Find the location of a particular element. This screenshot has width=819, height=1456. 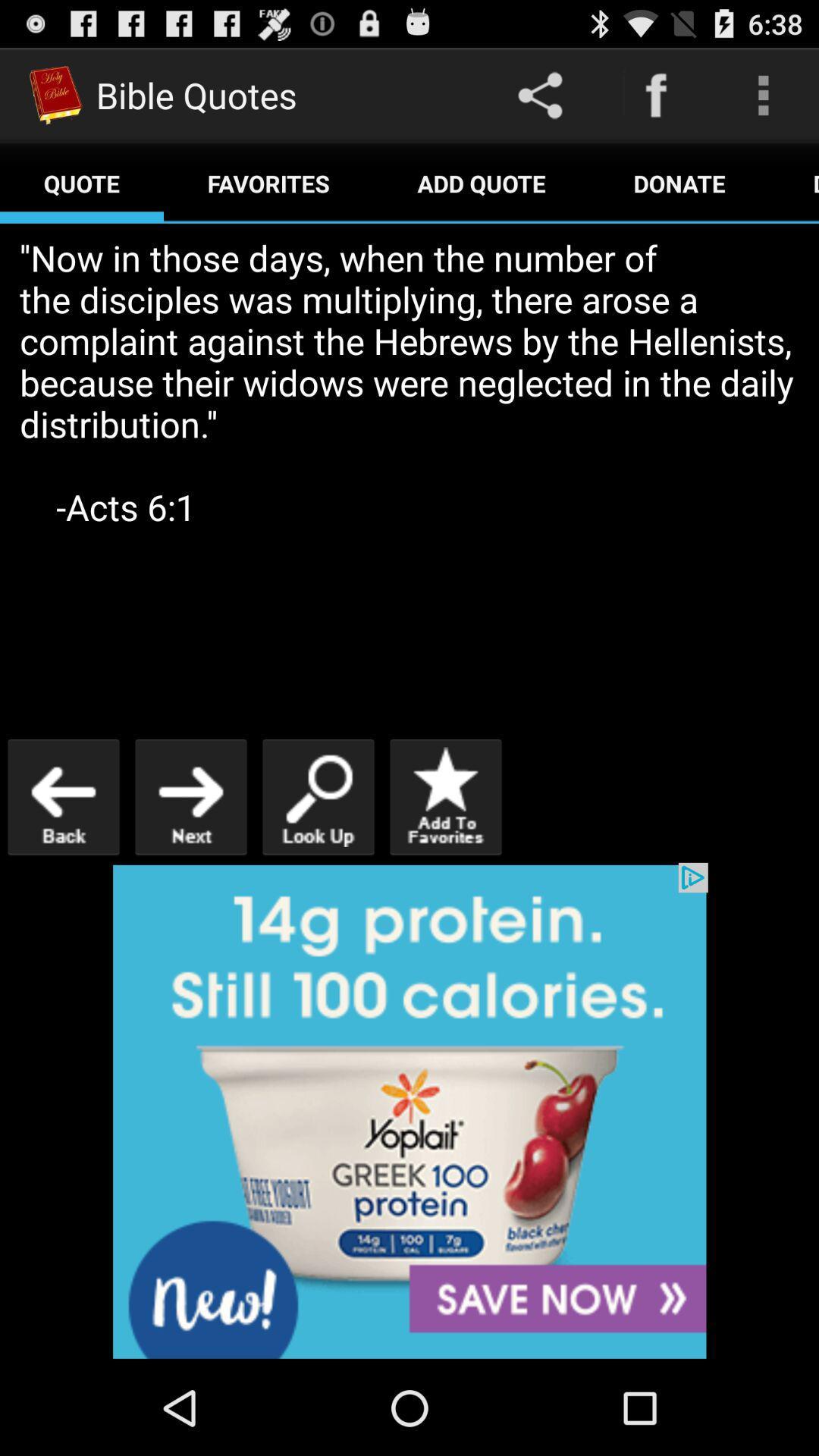

to favorites is located at coordinates (444, 796).